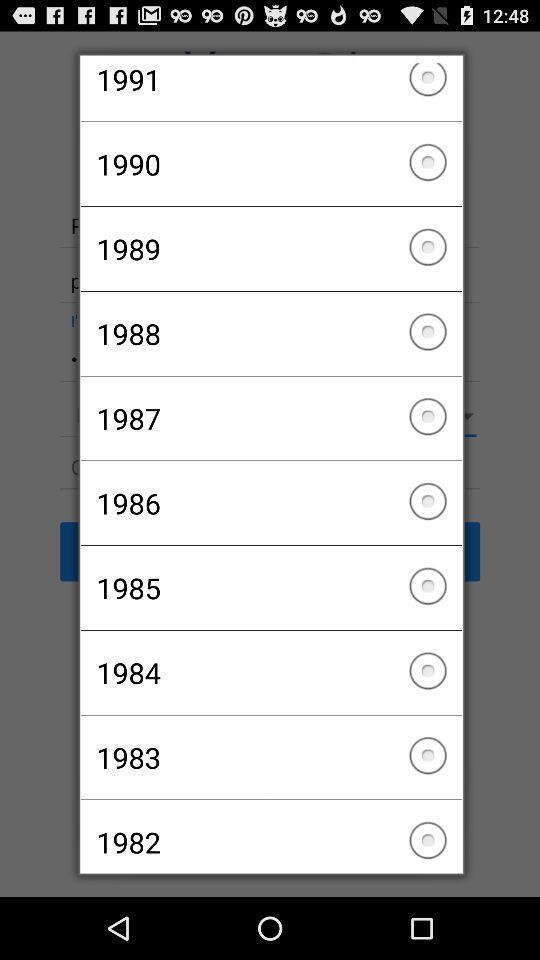 This screenshot has height=960, width=540. Describe the element at coordinates (270, 756) in the screenshot. I see `1983 icon` at that location.